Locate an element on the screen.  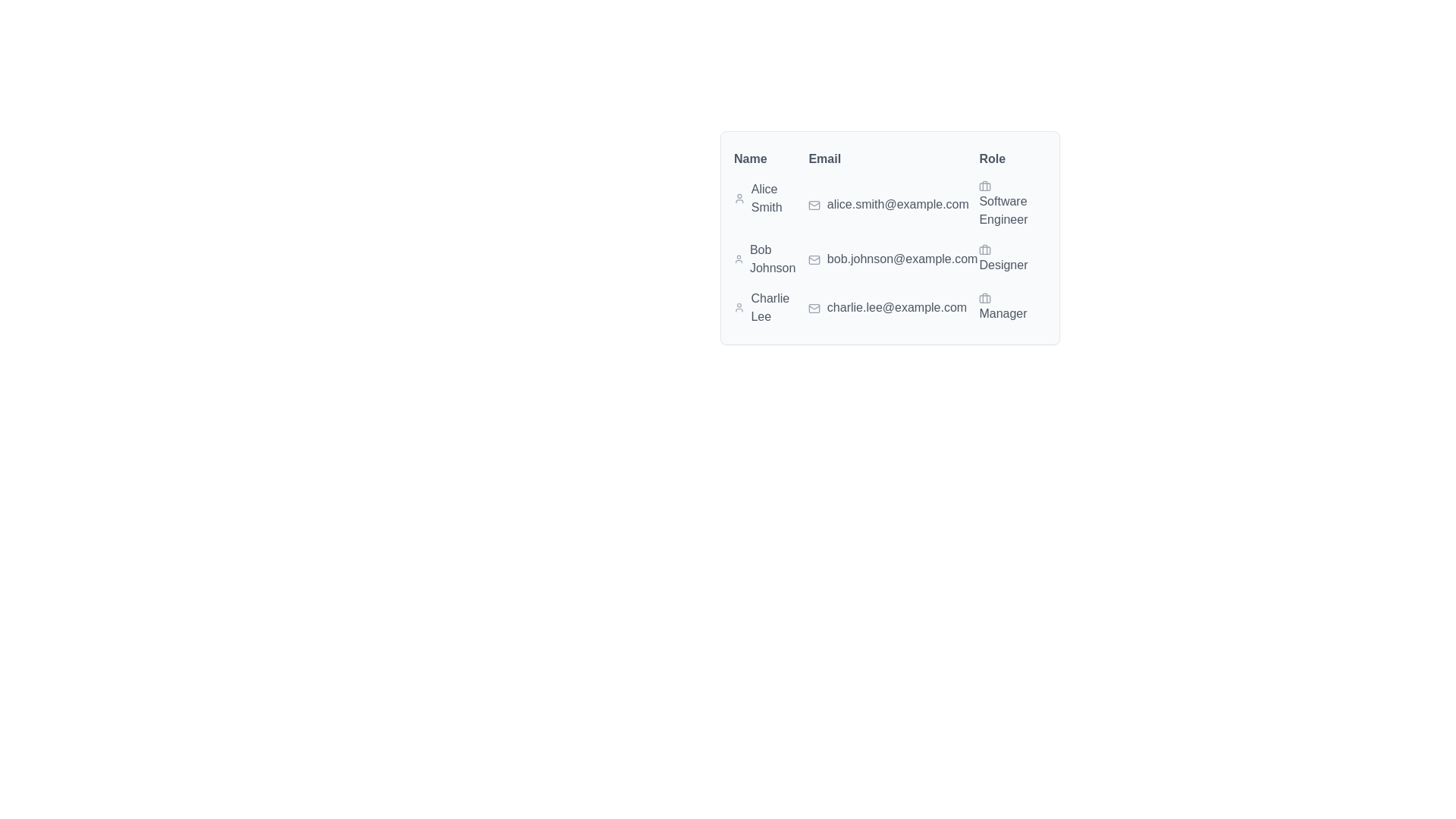
the small mail envelope icon located inside the 'Email' column next to the email address 'bob.johnson@example.com', which is part of the user table row for 'Bob Johnson' is located at coordinates (814, 259).